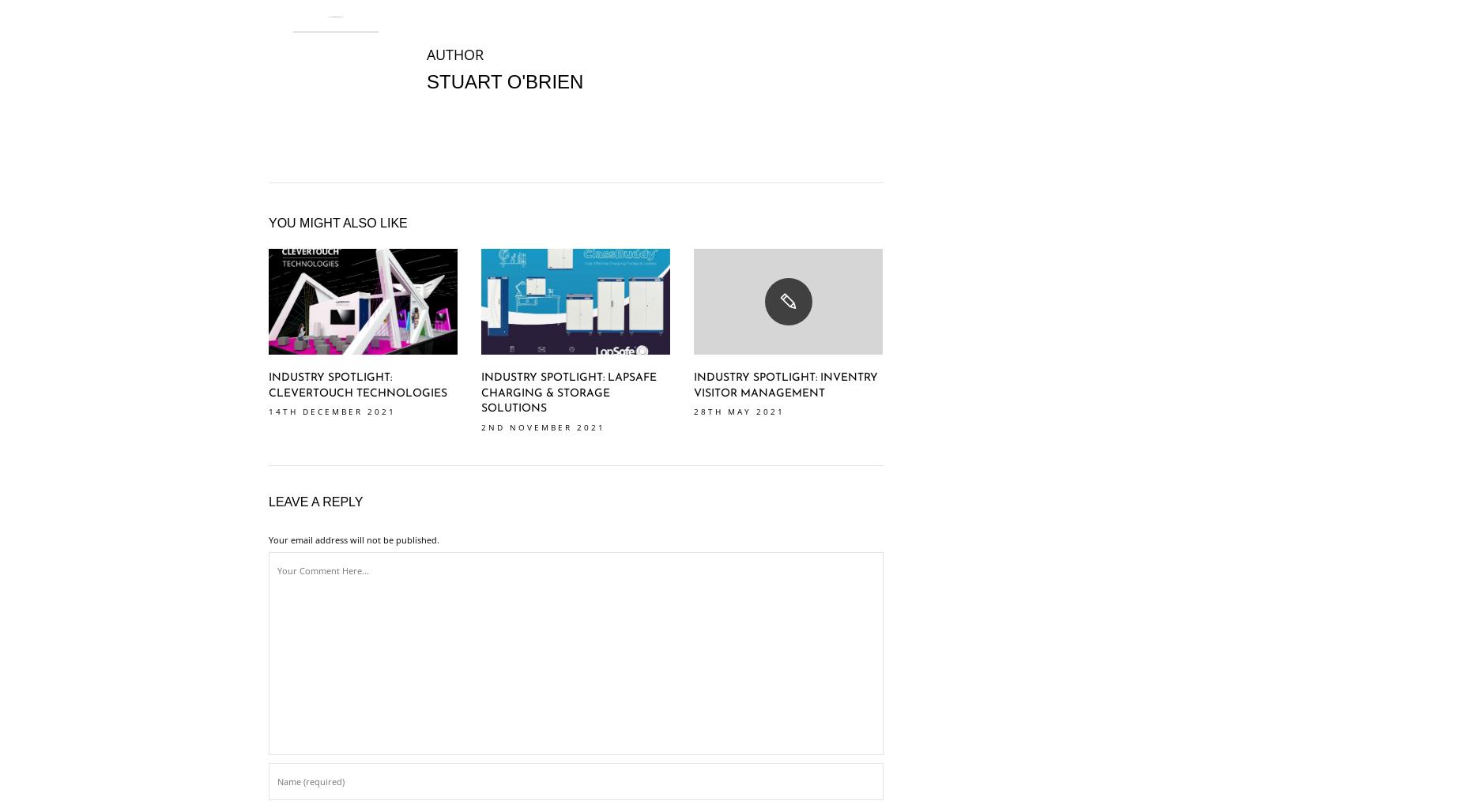 Image resolution: width=1462 pixels, height=812 pixels. I want to click on '2nd November 2021', so click(543, 427).